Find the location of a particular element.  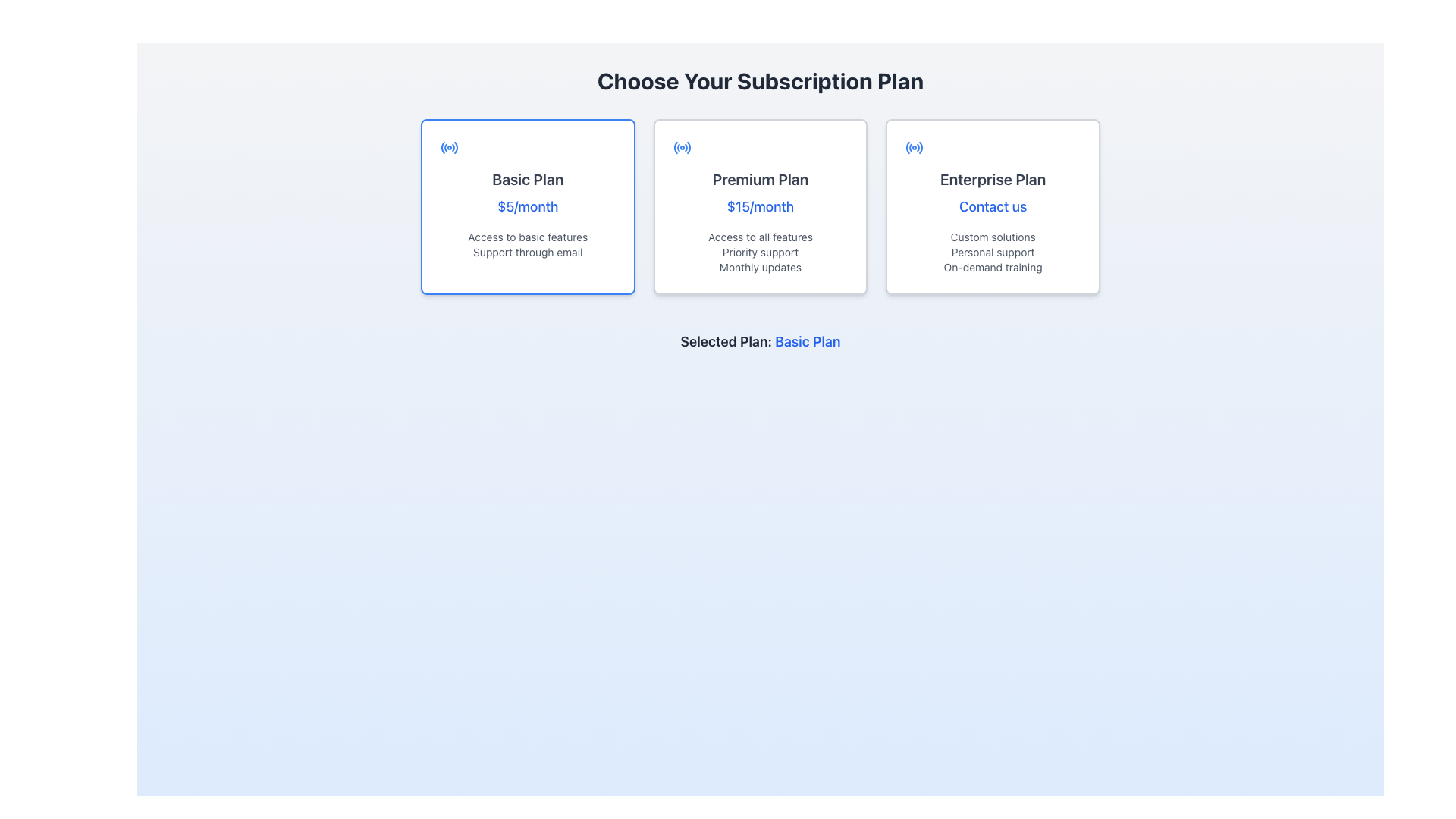

the text element displaying 'Monthly updates', which is the third item in the vertical list of features under the Premium Plan section is located at coordinates (761, 267).